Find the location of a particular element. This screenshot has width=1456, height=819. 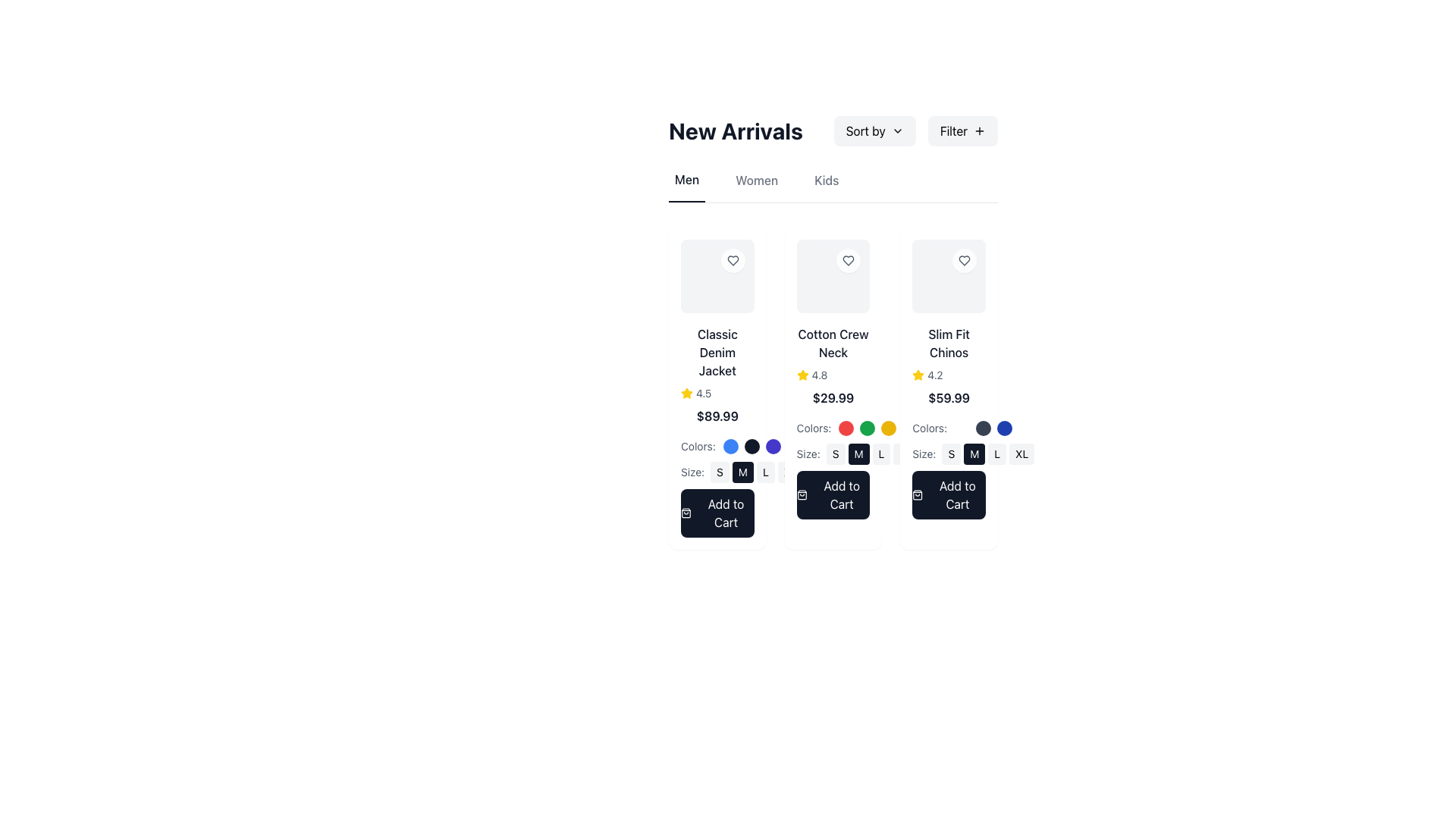

the 'Cotton Crew Neck' text label displayed in bold, medium-sized font is located at coordinates (833, 343).